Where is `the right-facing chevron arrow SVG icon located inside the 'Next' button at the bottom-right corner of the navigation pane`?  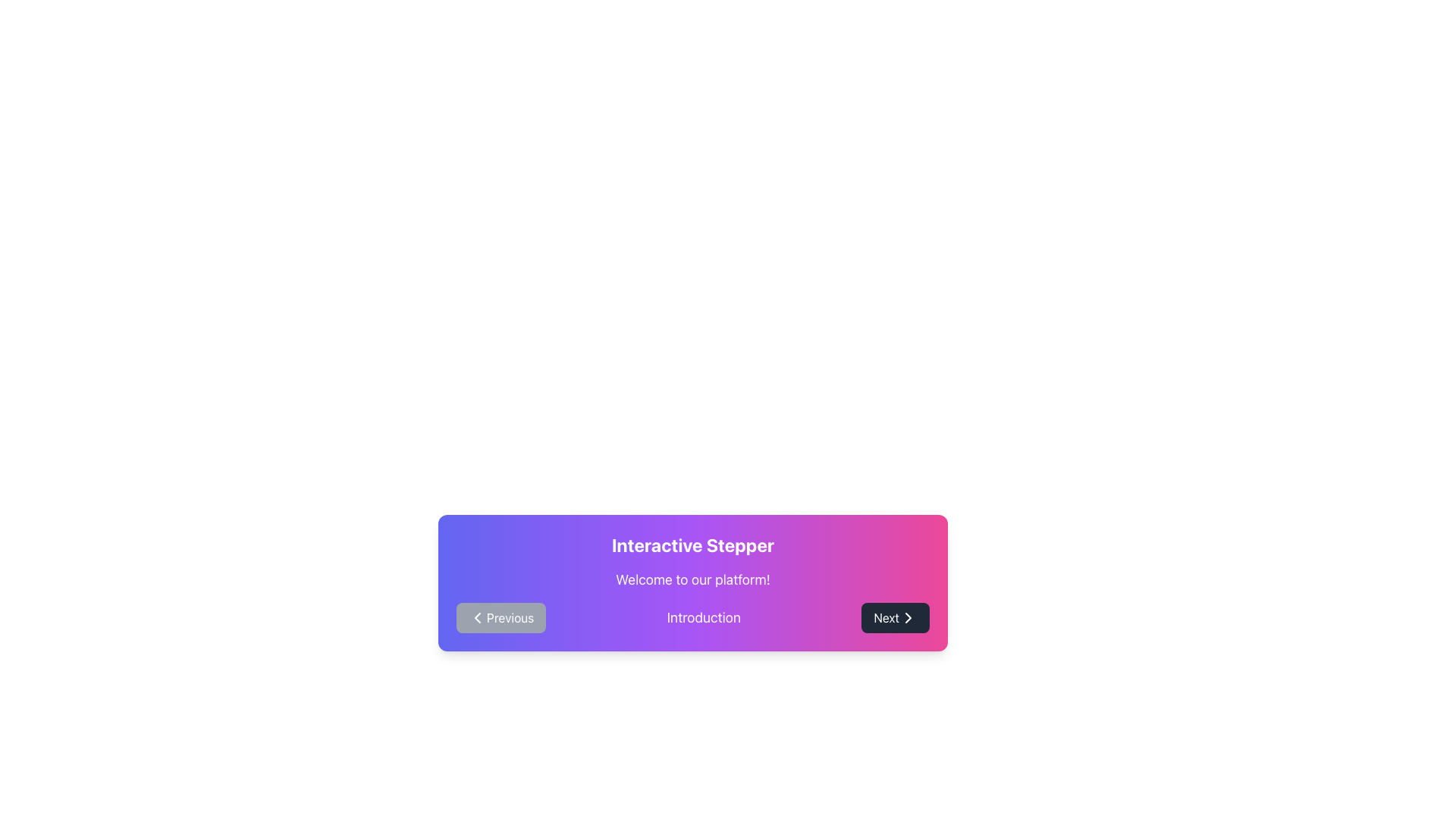
the right-facing chevron arrow SVG icon located inside the 'Next' button at the bottom-right corner of the navigation pane is located at coordinates (908, 617).